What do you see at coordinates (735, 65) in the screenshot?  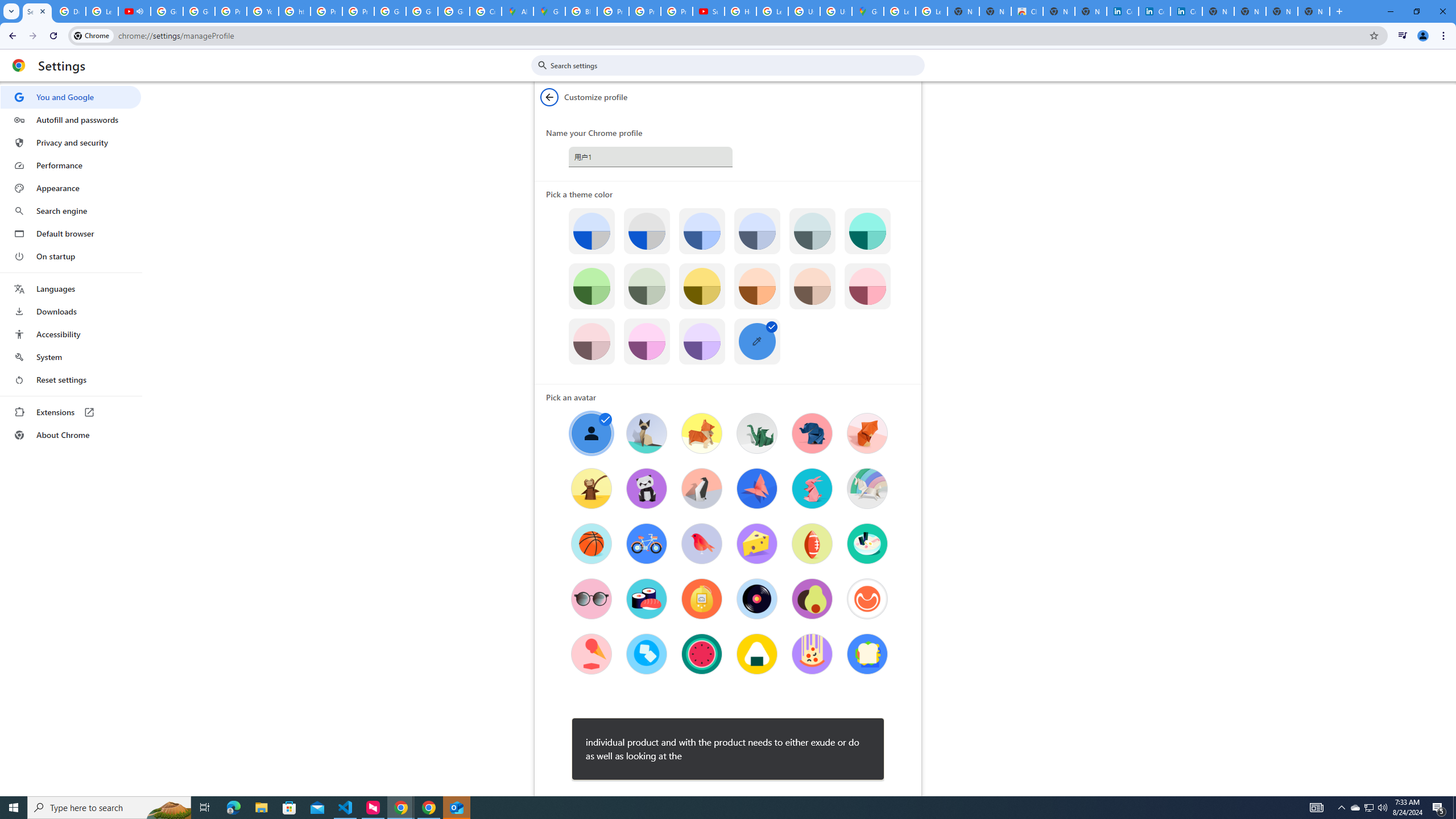 I see `'Search settings'` at bounding box center [735, 65].